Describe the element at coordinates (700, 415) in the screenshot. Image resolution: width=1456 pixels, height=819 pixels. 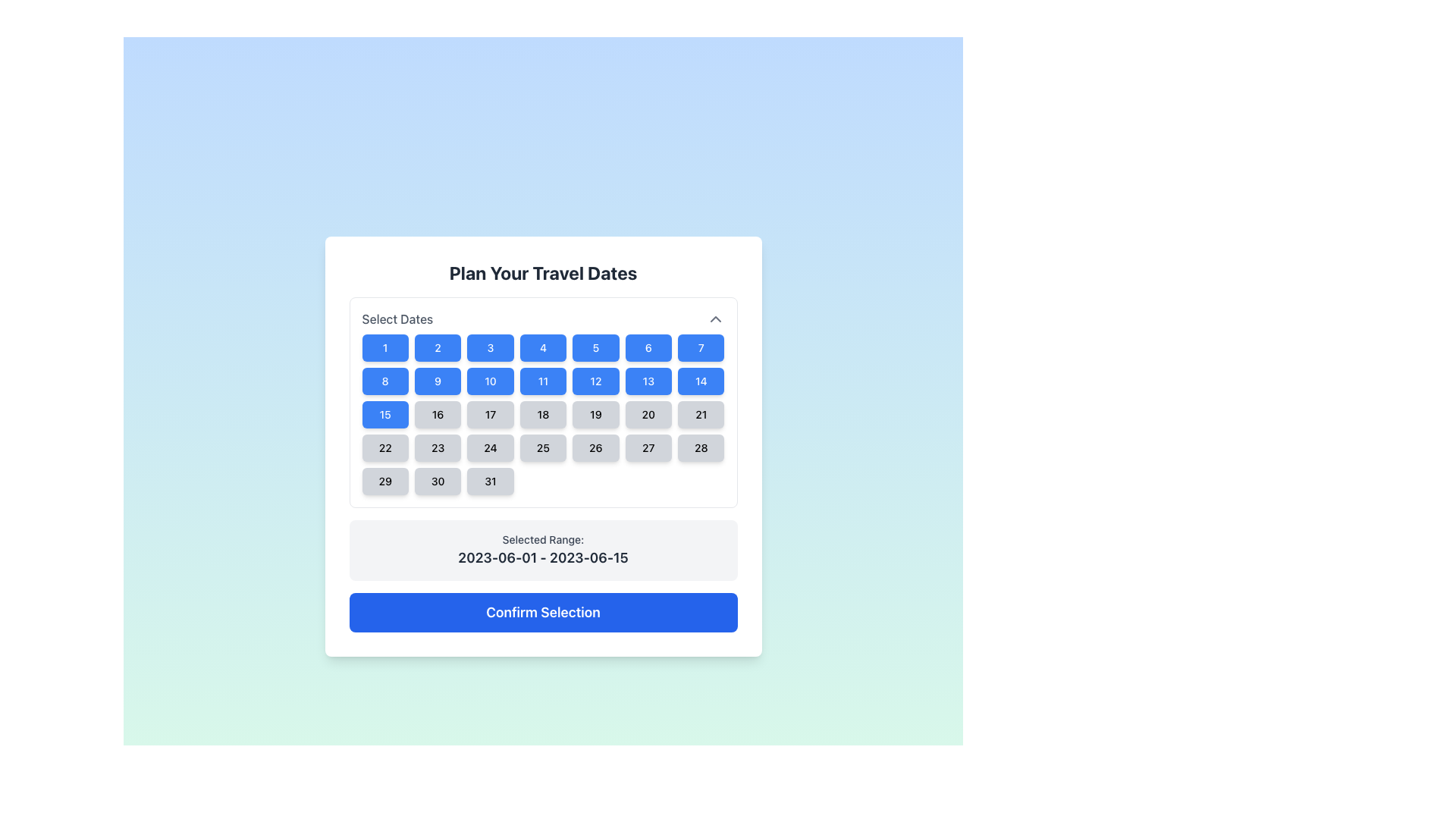
I see `the light gray rectangular button labeled '21' with bold black text` at that location.